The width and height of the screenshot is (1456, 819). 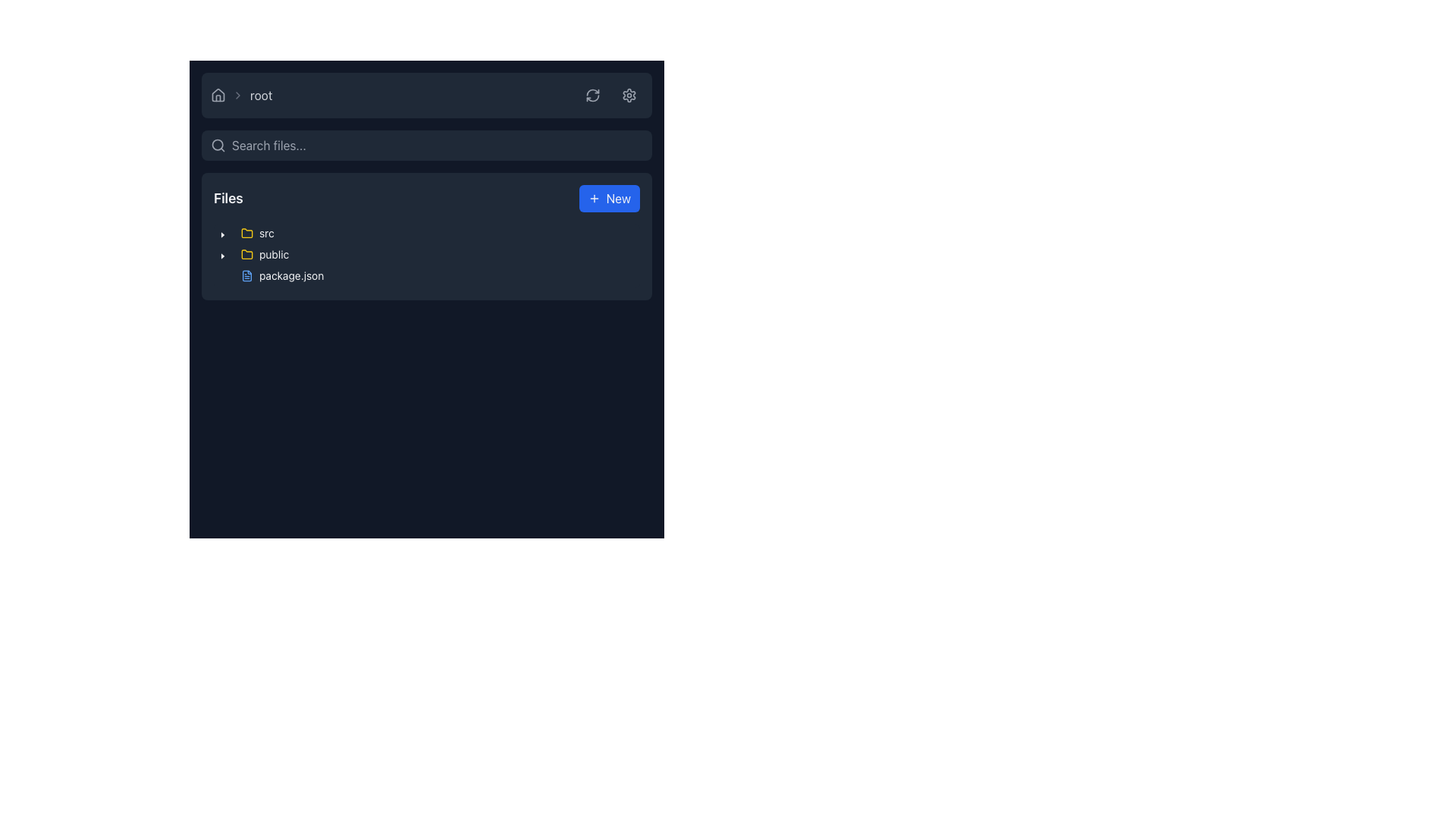 What do you see at coordinates (247, 234) in the screenshot?
I see `the disclosure triangle icon next to the 'src' folder in the file explorer` at bounding box center [247, 234].